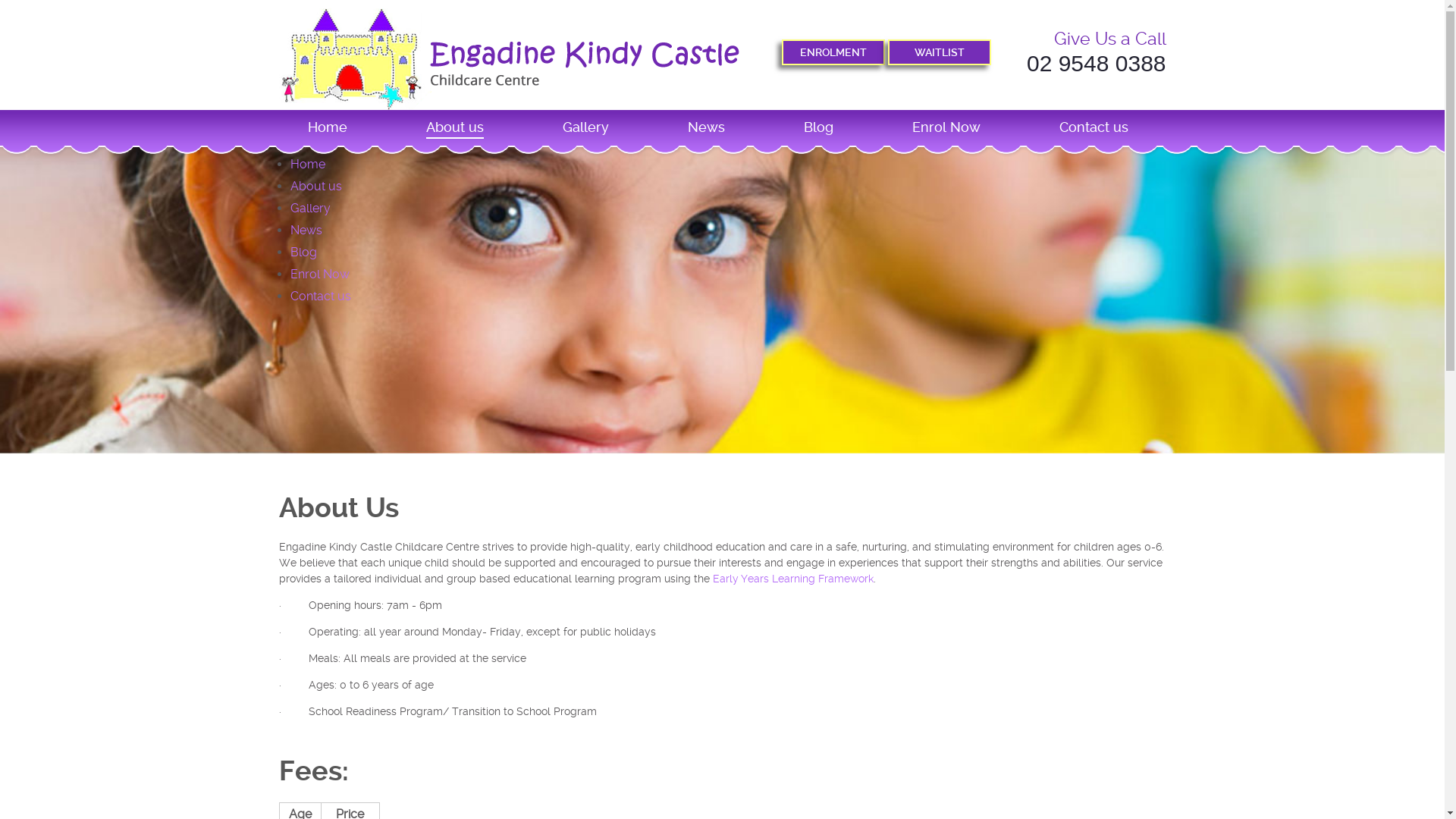 This screenshot has width=1456, height=819. I want to click on 'Home', so click(306, 164).